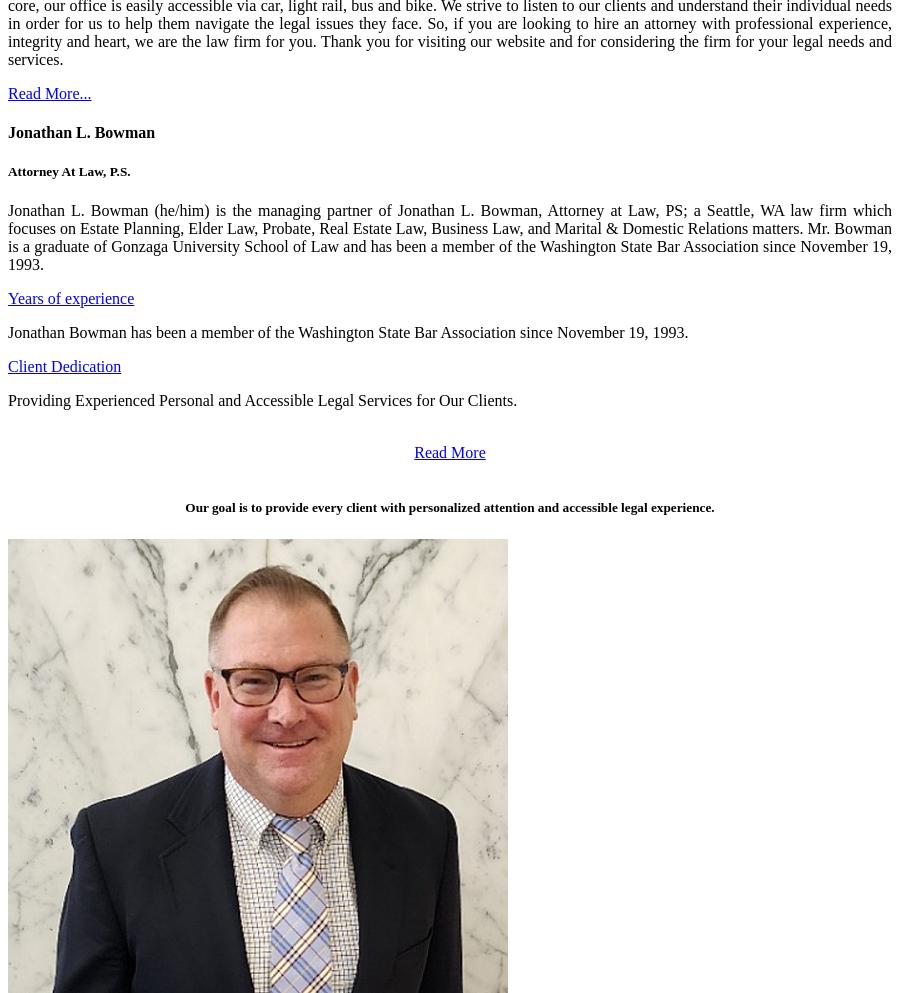 The image size is (900, 993). Describe the element at coordinates (7, 298) in the screenshot. I see `'Years of experience'` at that location.